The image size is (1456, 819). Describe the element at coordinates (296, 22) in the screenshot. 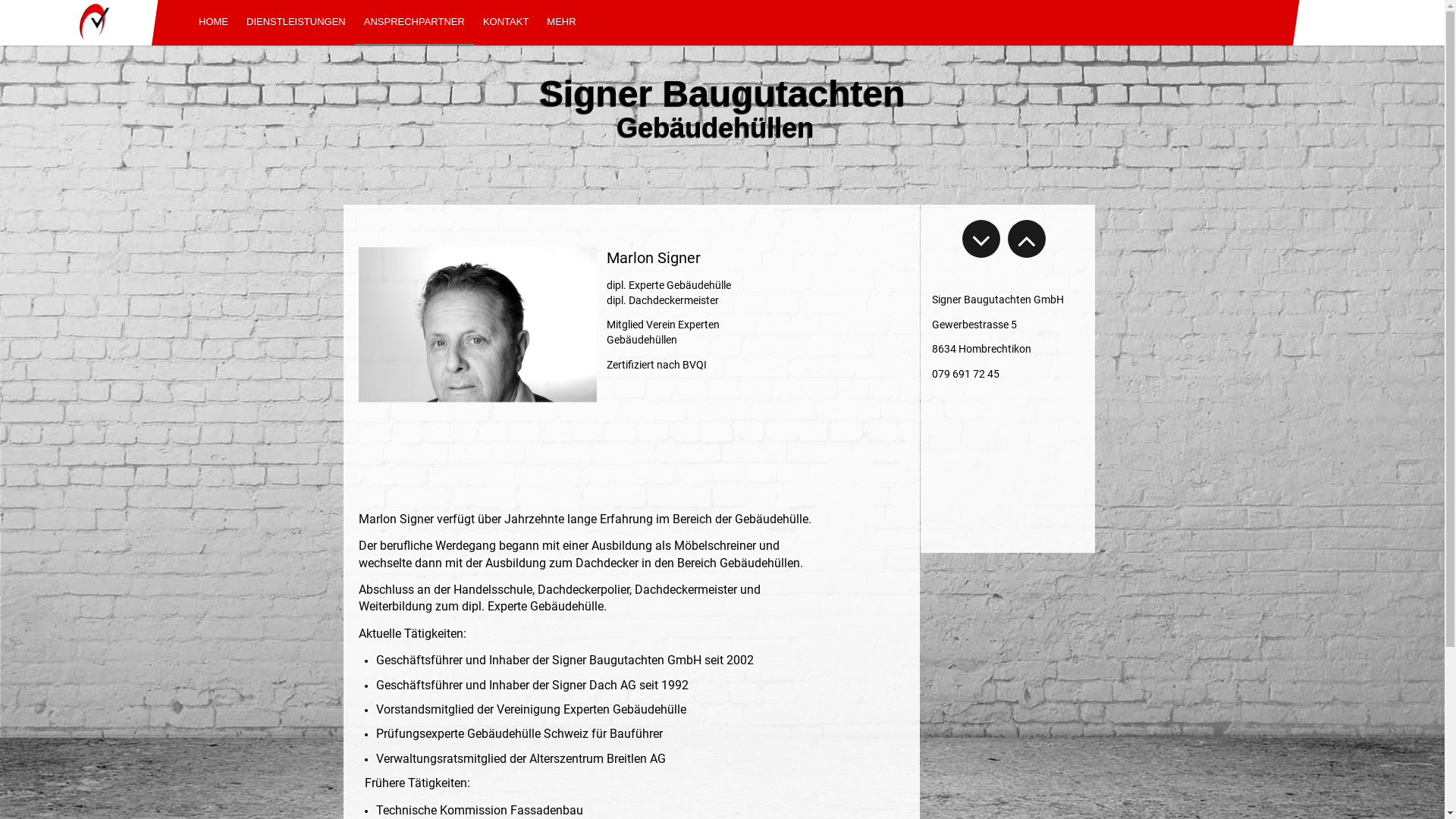

I see `'DIENSTLEISTUNGEN'` at that location.